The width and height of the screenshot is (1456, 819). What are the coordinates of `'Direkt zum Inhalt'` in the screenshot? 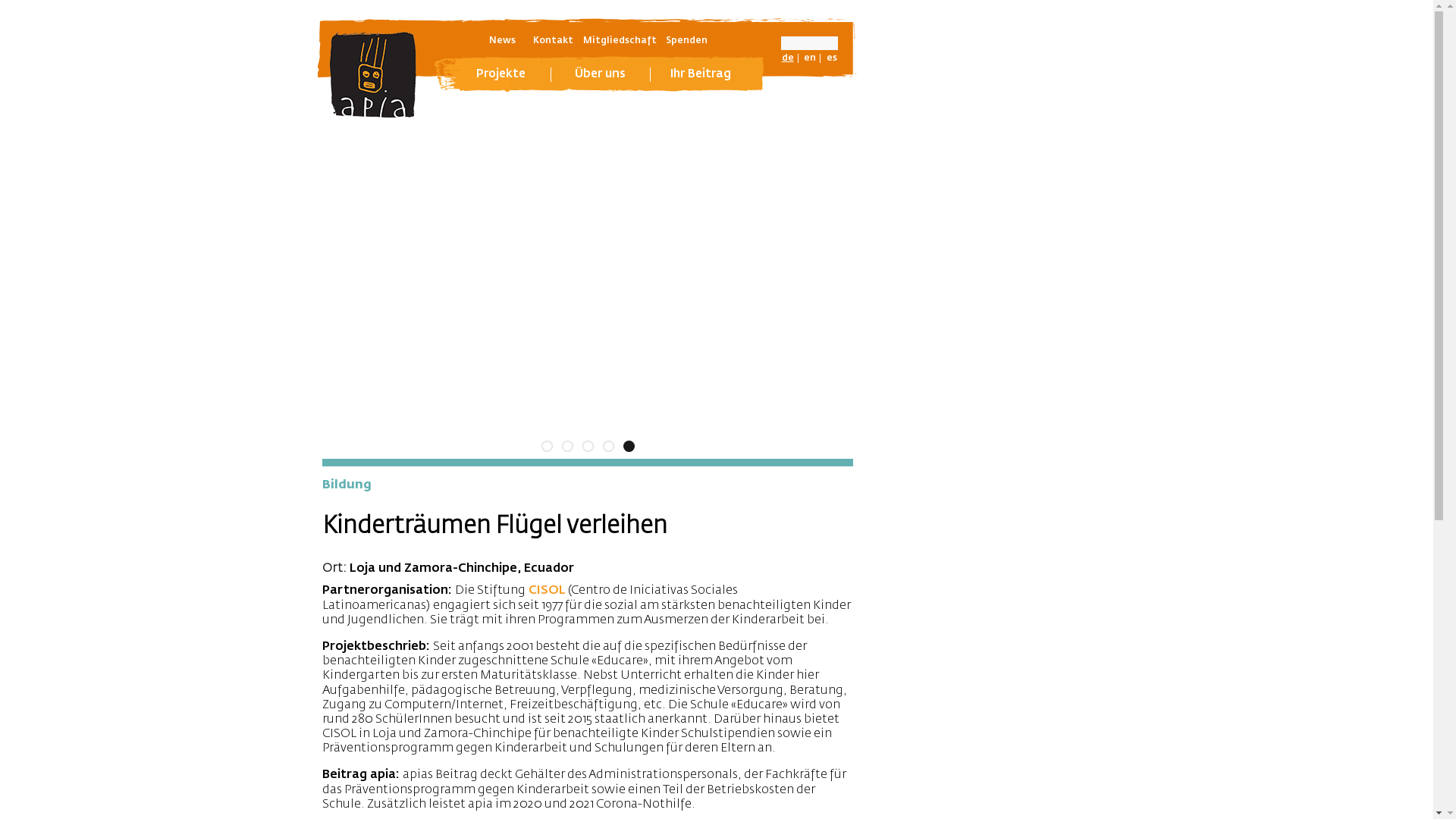 It's located at (0, 0).